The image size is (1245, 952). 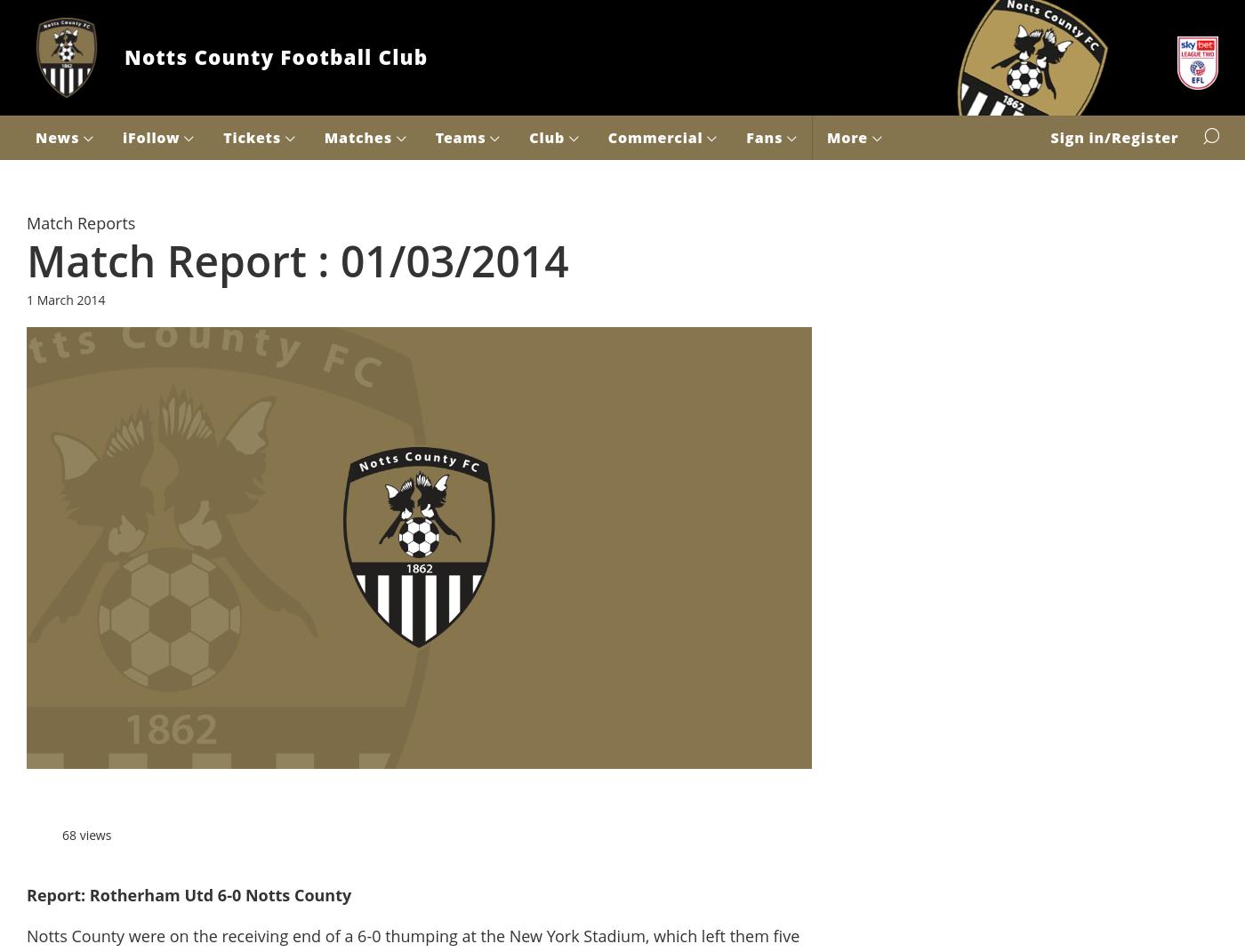 I want to click on 'Matches', so click(x=324, y=136).